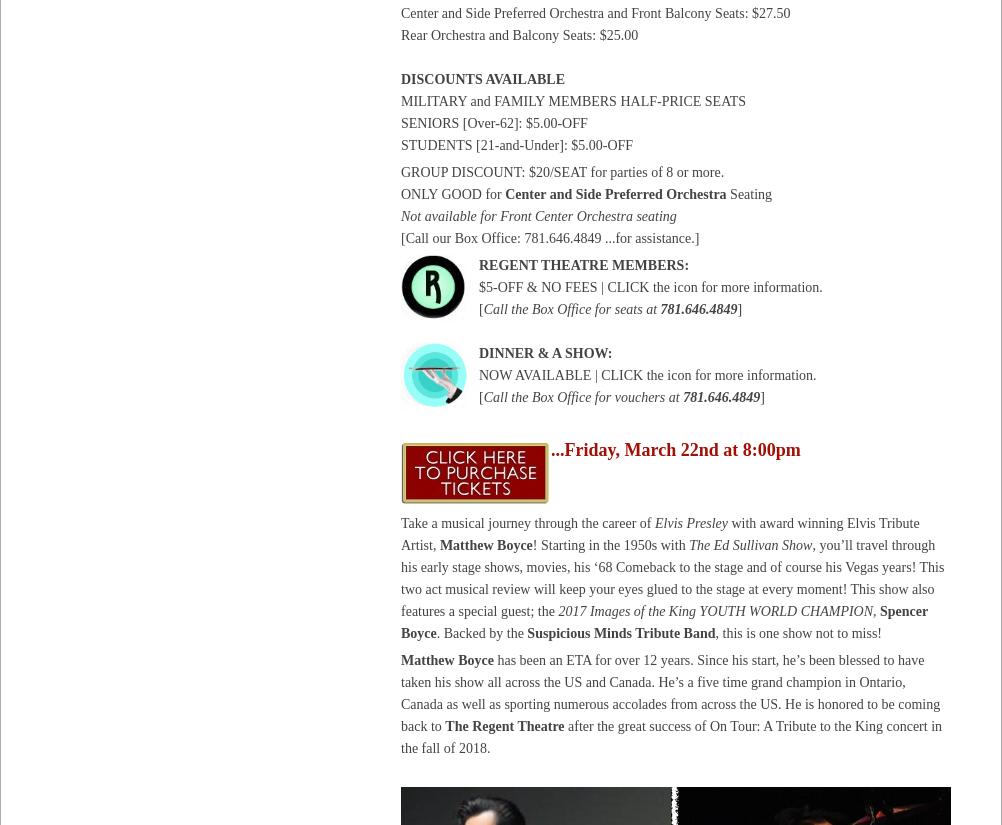 The width and height of the screenshot is (1002, 825). Describe the element at coordinates (538, 215) in the screenshot. I see `'Not available for Front Center Orchestra seating'` at that location.